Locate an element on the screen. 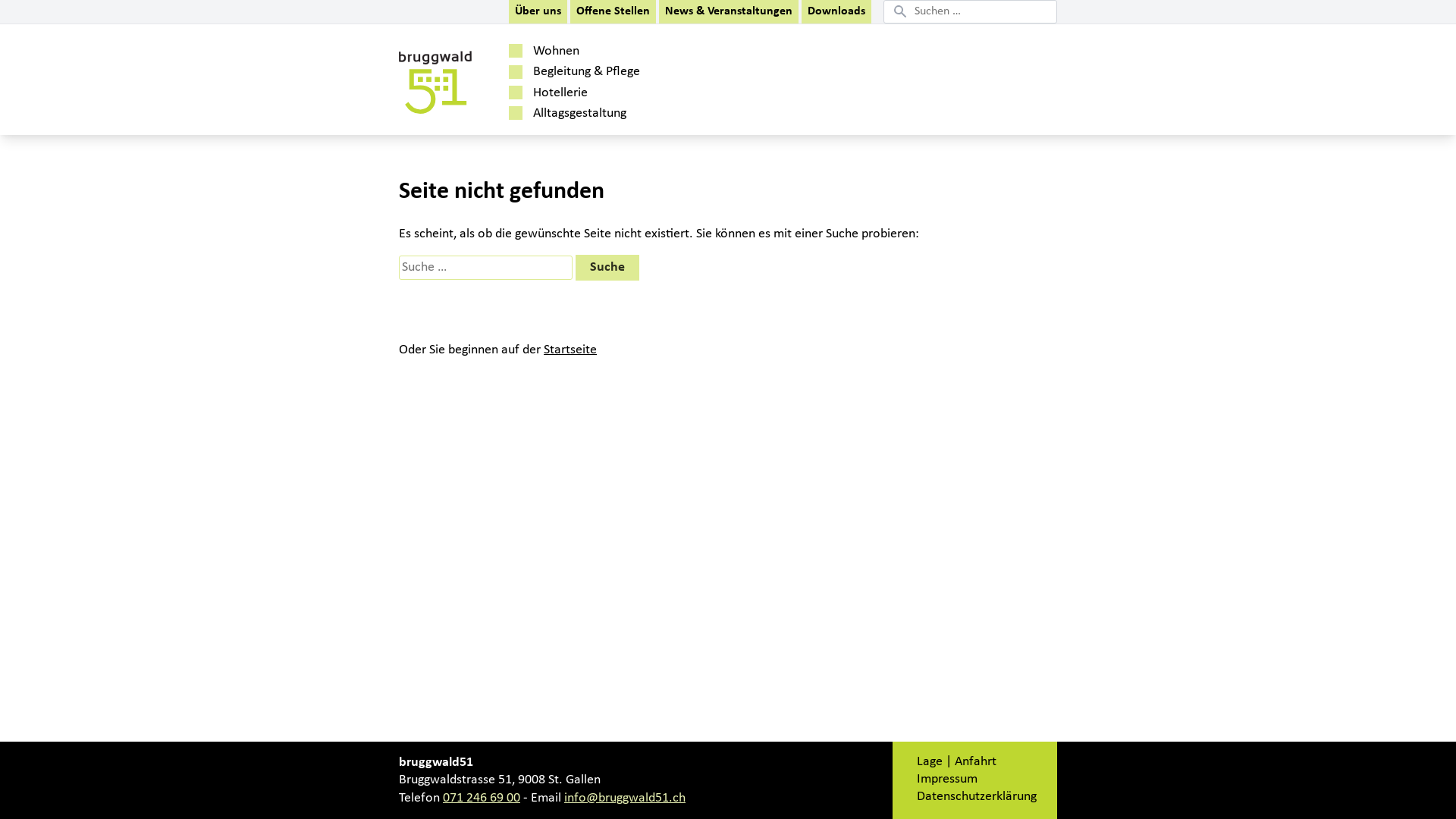 This screenshot has height=819, width=1456. 'Suche' is located at coordinates (607, 267).